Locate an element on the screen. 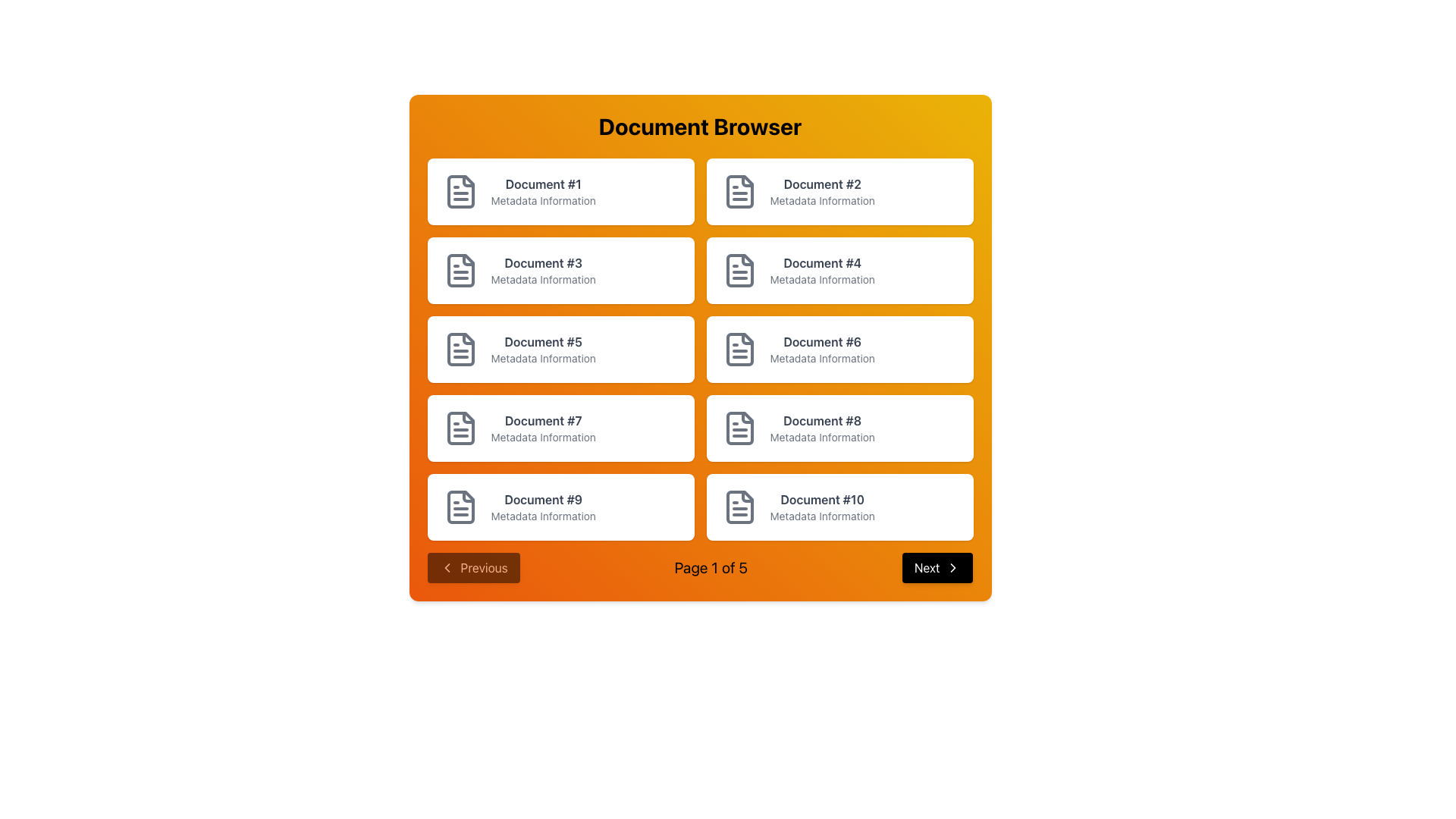 This screenshot has height=819, width=1456. the chevron icon located on the left side of the 'Previous' navigation button at the bottom-left corner of the interface to move to the previous page or section is located at coordinates (446, 567).